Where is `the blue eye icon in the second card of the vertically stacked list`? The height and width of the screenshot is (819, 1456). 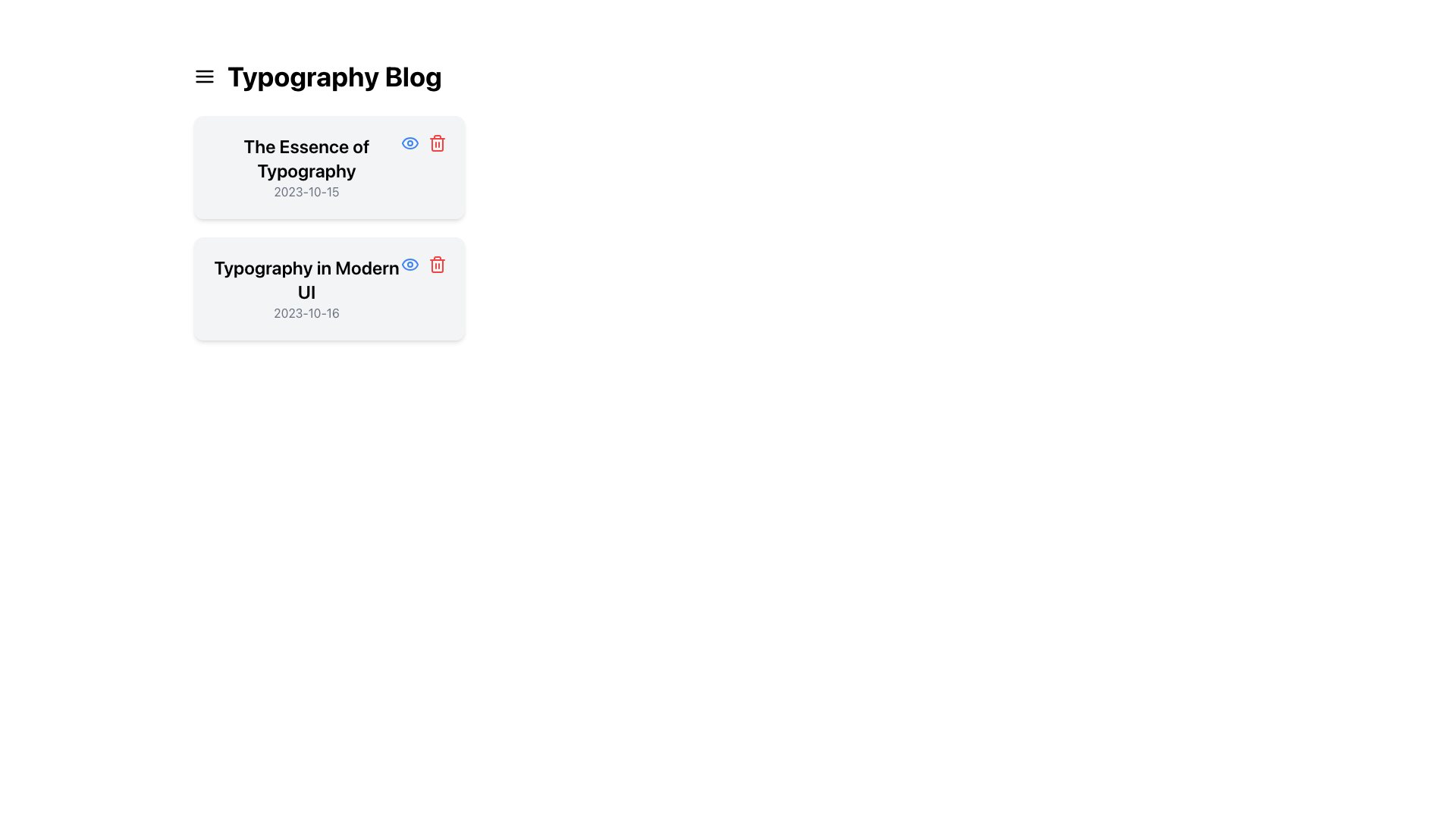
the blue eye icon in the second card of the vertically stacked list is located at coordinates (410, 263).